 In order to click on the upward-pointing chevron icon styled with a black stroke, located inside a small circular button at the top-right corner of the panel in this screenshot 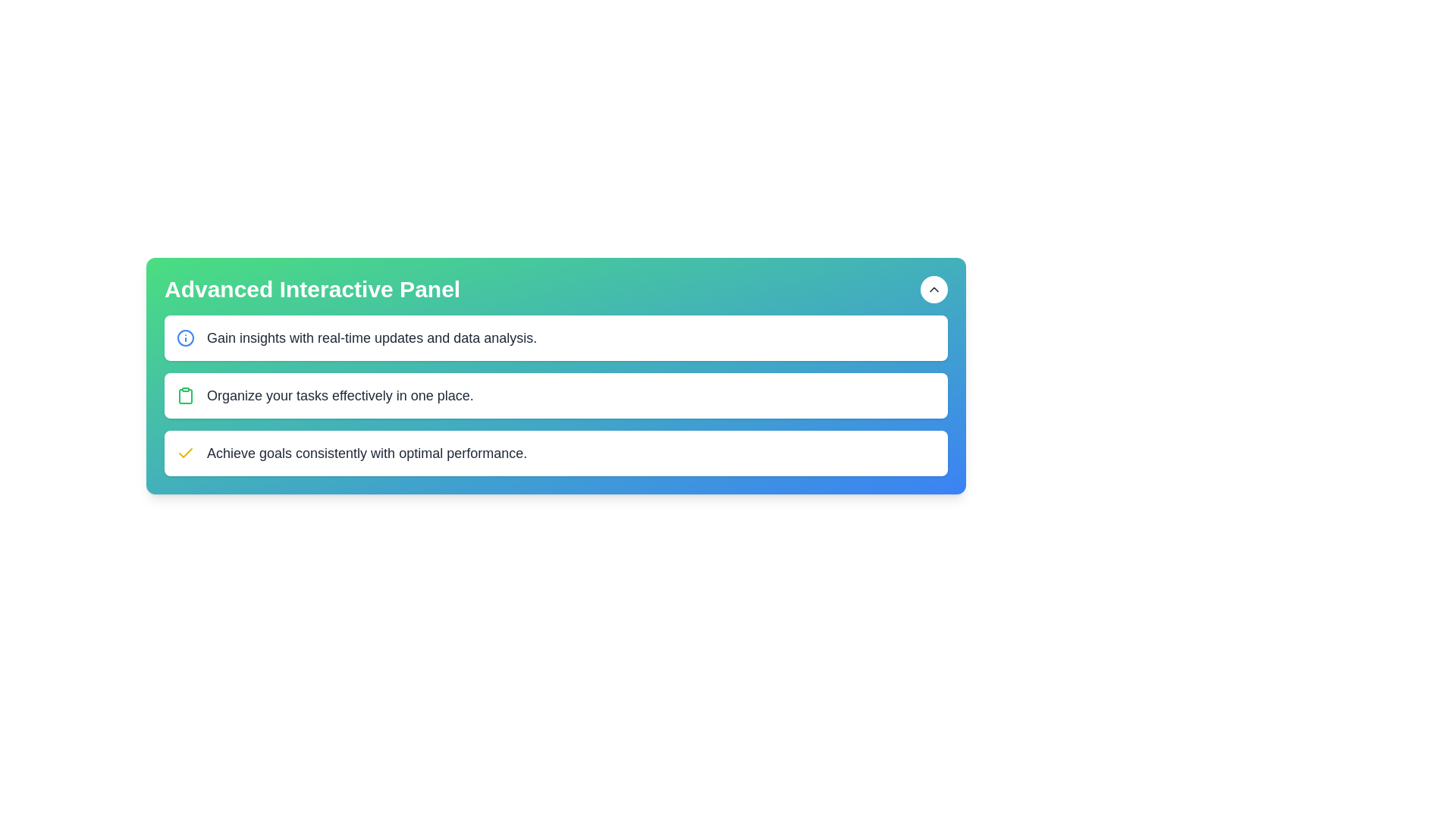, I will do `click(934, 289)`.